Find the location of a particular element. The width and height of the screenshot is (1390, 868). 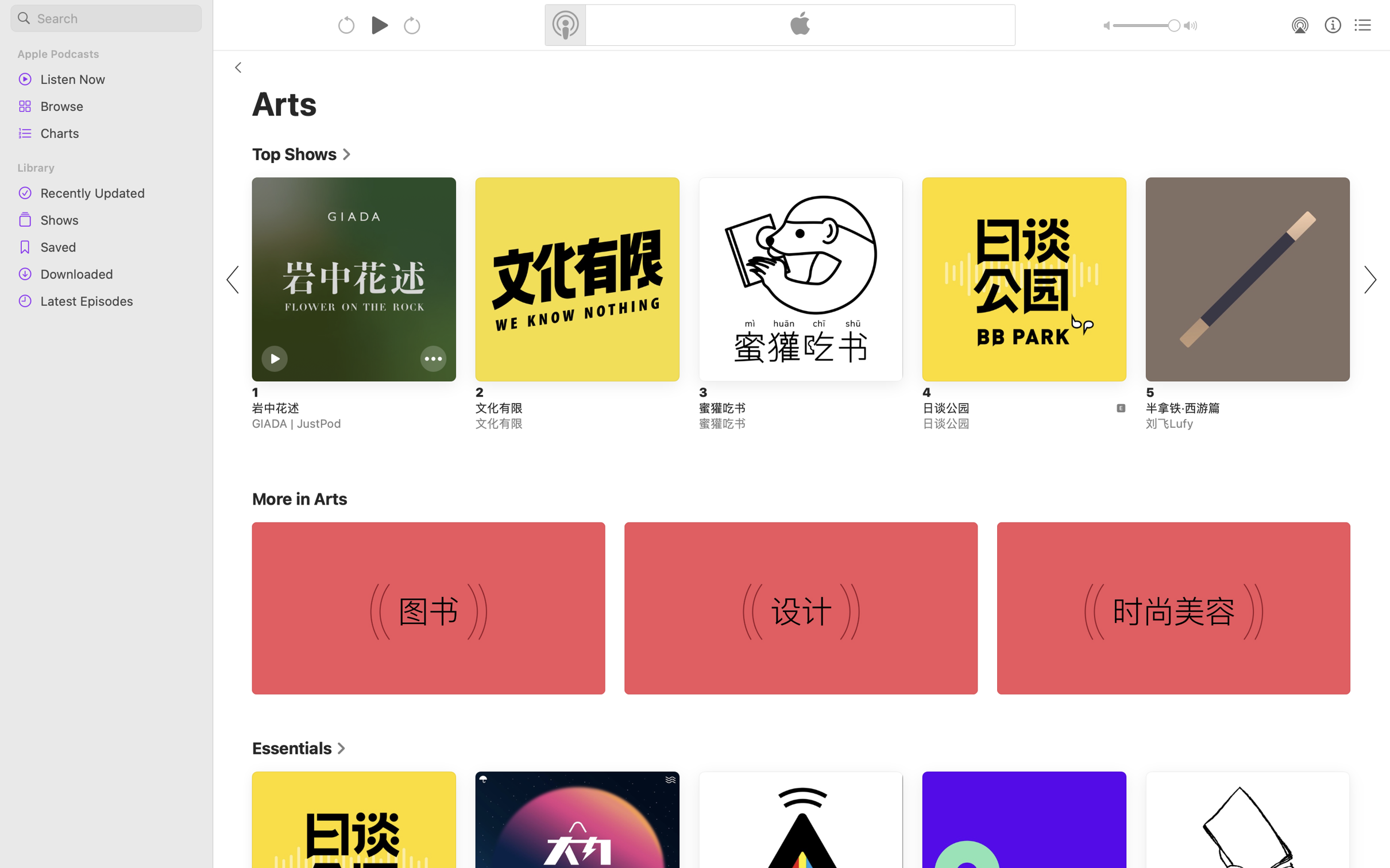

'1.0' is located at coordinates (1146, 25).